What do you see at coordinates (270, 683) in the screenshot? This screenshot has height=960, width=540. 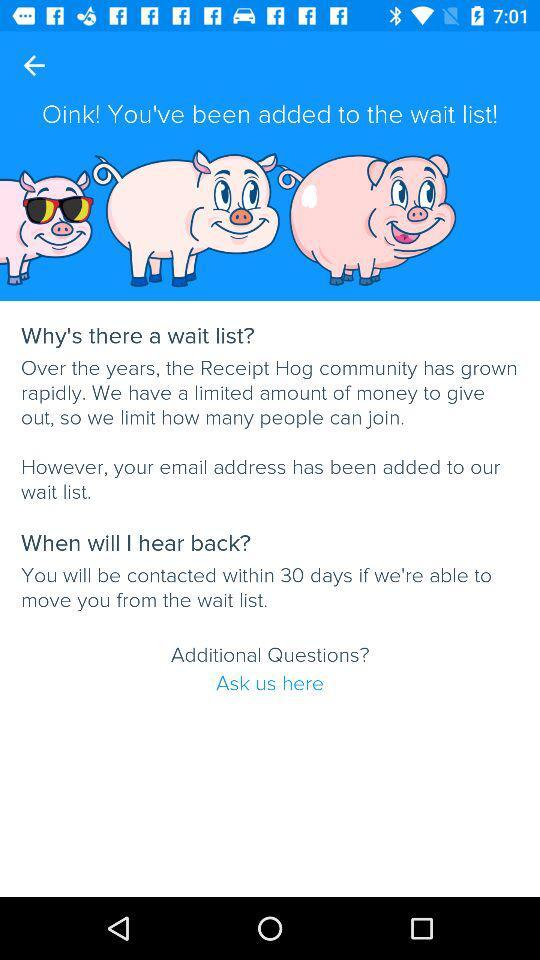 I see `item below additional questions?` at bounding box center [270, 683].